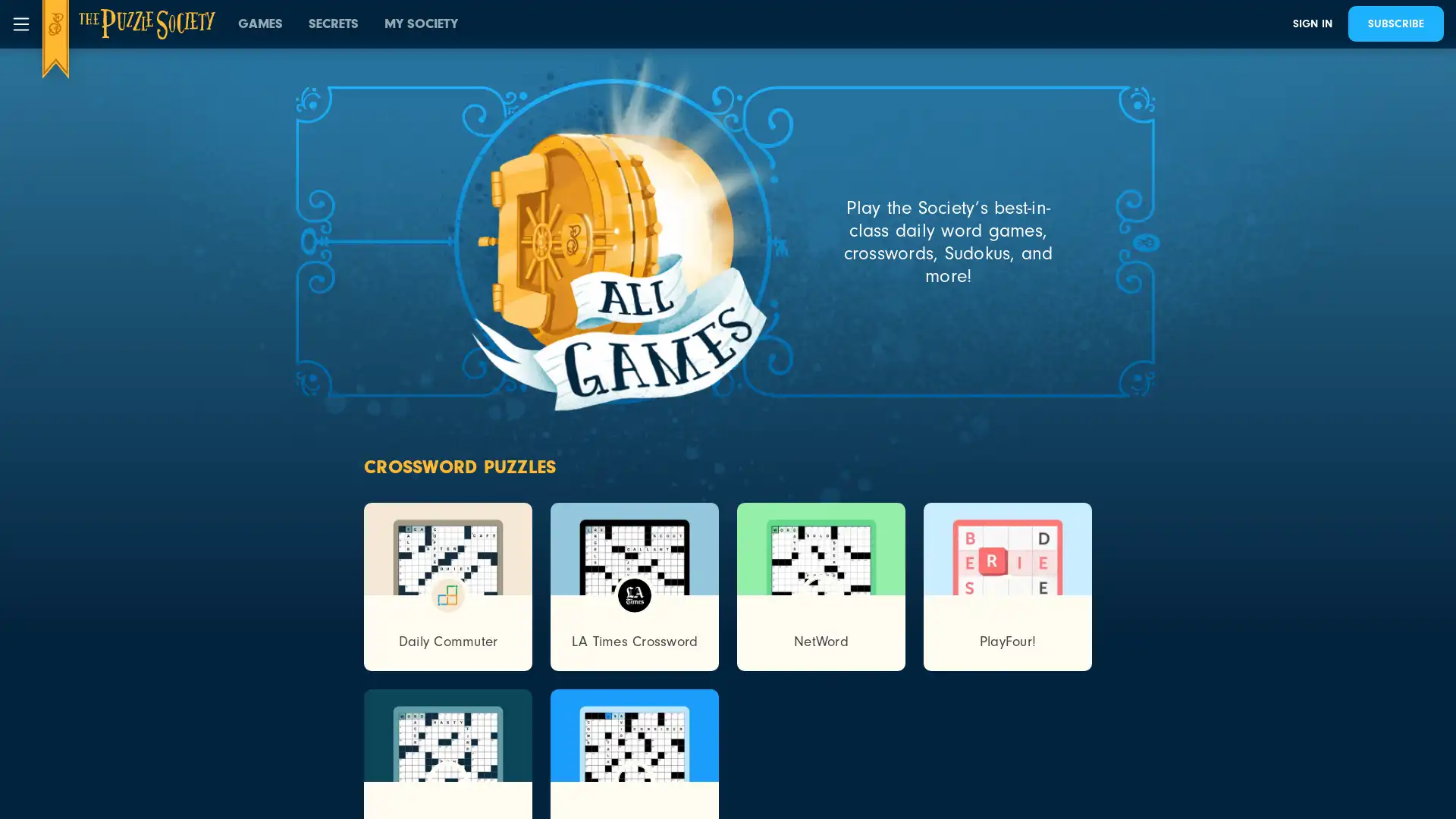 The height and width of the screenshot is (819, 1456). I want to click on SECRETS, so click(333, 24).